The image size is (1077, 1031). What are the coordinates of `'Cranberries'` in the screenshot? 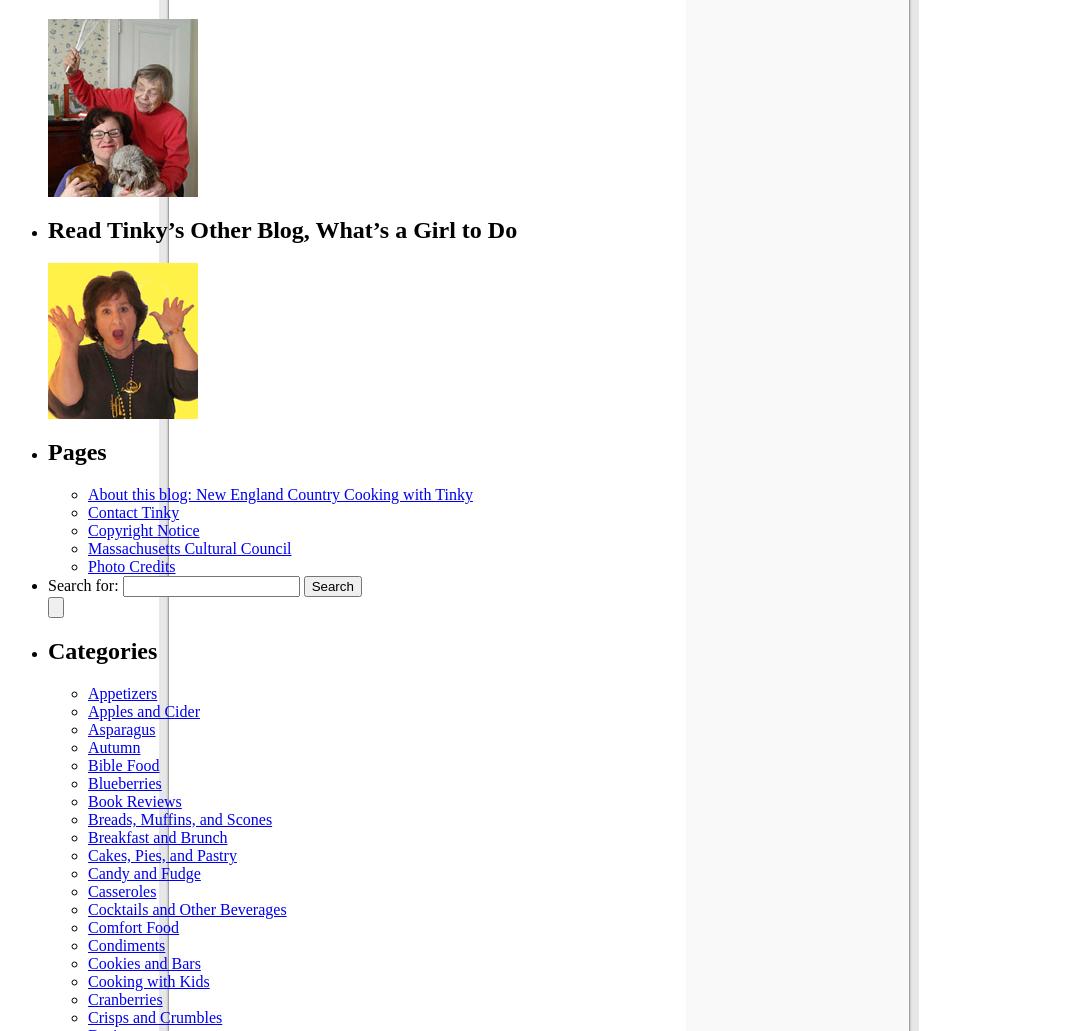 It's located at (86, 998).